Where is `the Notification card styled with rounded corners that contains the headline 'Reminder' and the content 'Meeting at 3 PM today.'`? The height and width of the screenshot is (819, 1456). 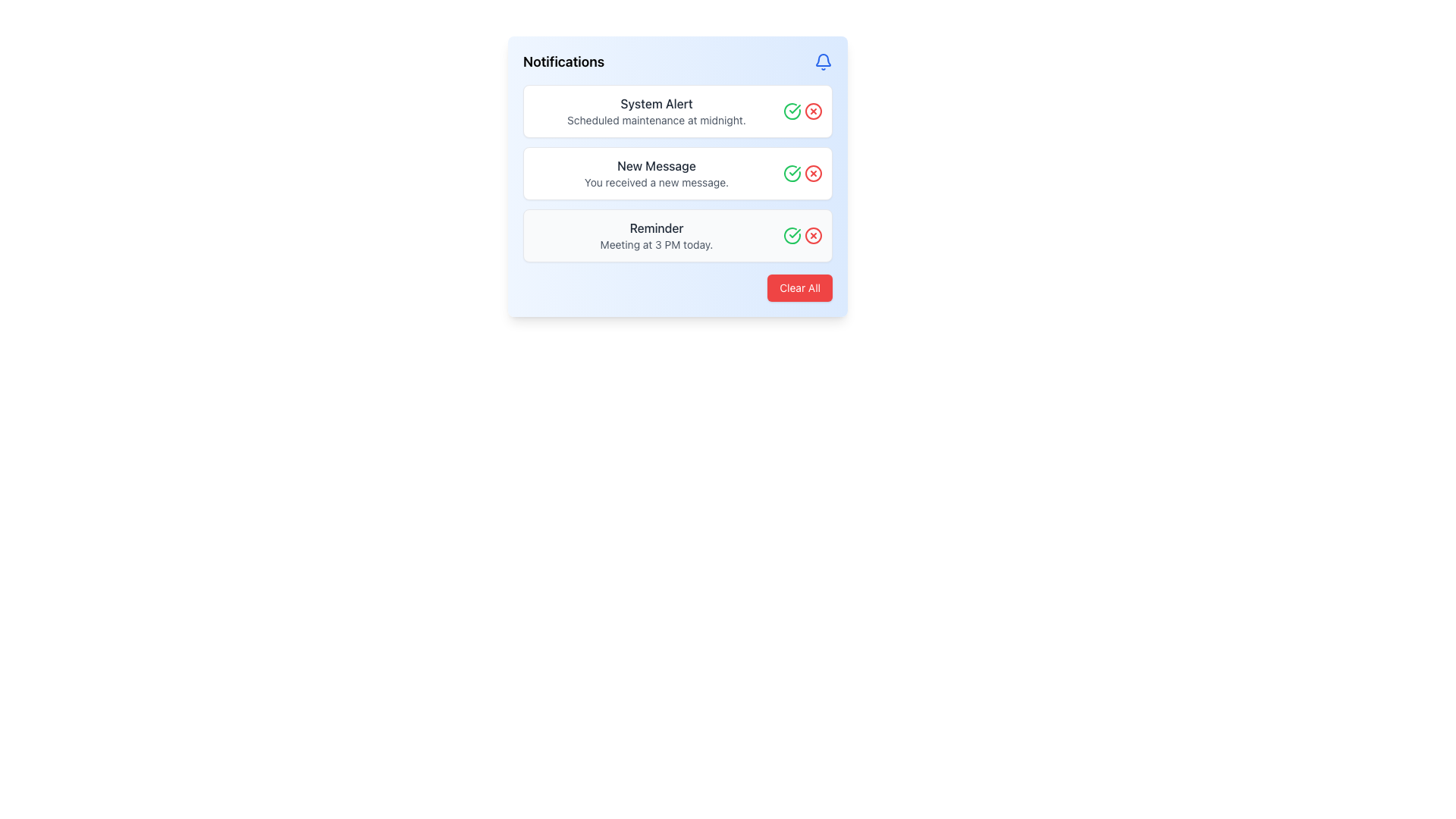
the Notification card styled with rounded corners that contains the headline 'Reminder' and the content 'Meeting at 3 PM today.' is located at coordinates (676, 236).